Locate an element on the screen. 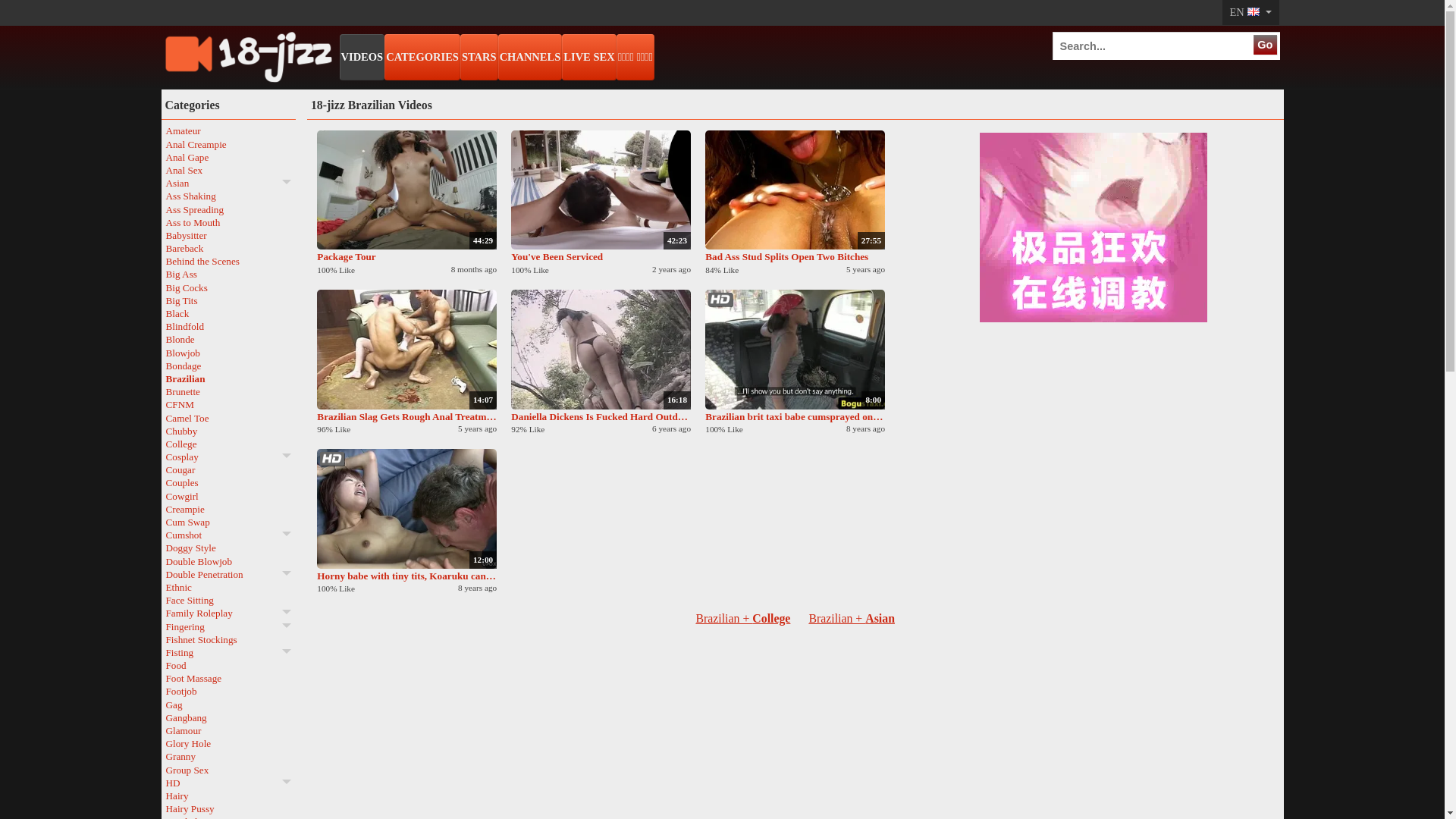 This screenshot has width=1456, height=819. 'Asian' is located at coordinates (227, 182).